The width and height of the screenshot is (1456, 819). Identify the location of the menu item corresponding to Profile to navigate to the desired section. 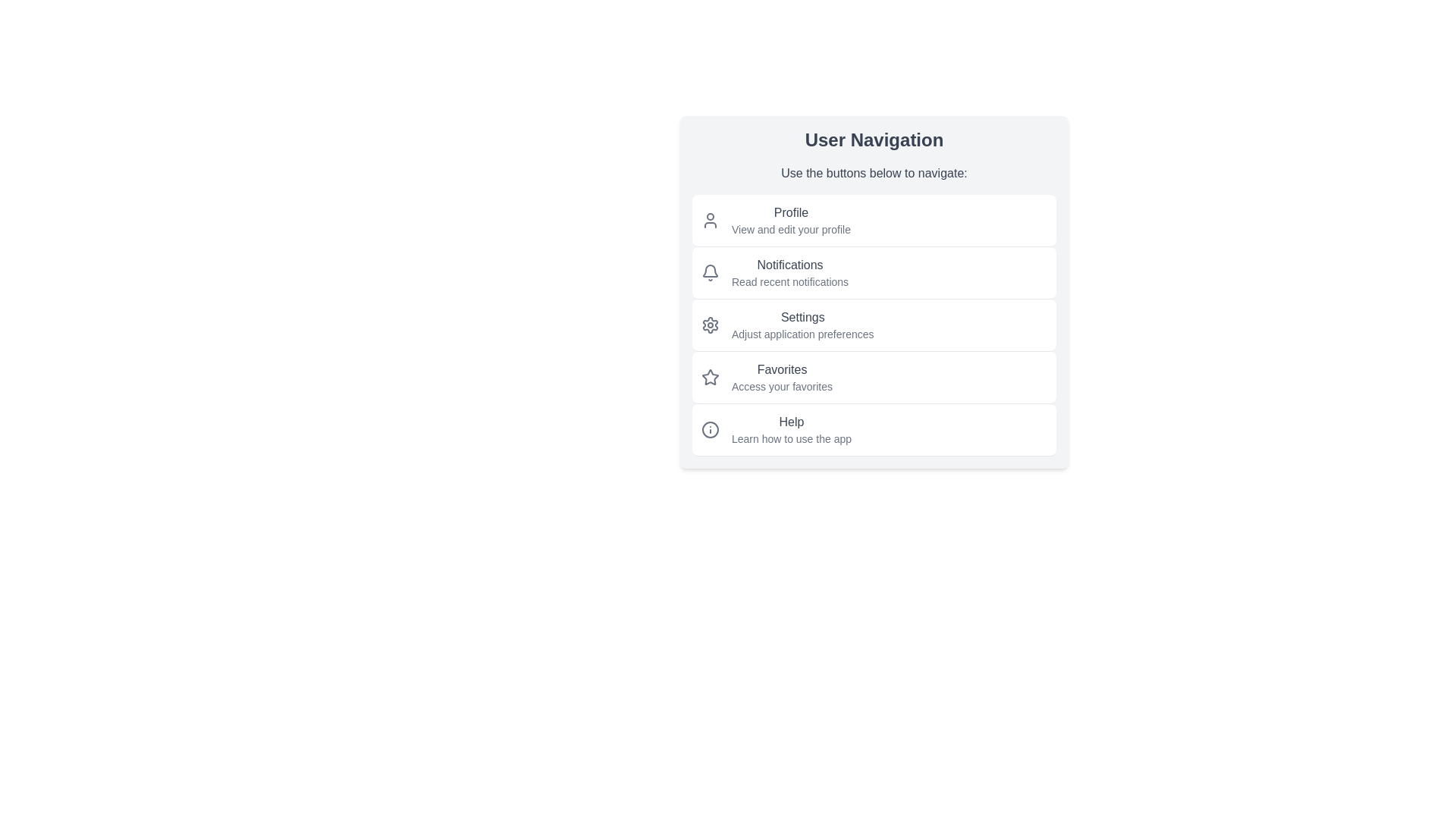
(874, 220).